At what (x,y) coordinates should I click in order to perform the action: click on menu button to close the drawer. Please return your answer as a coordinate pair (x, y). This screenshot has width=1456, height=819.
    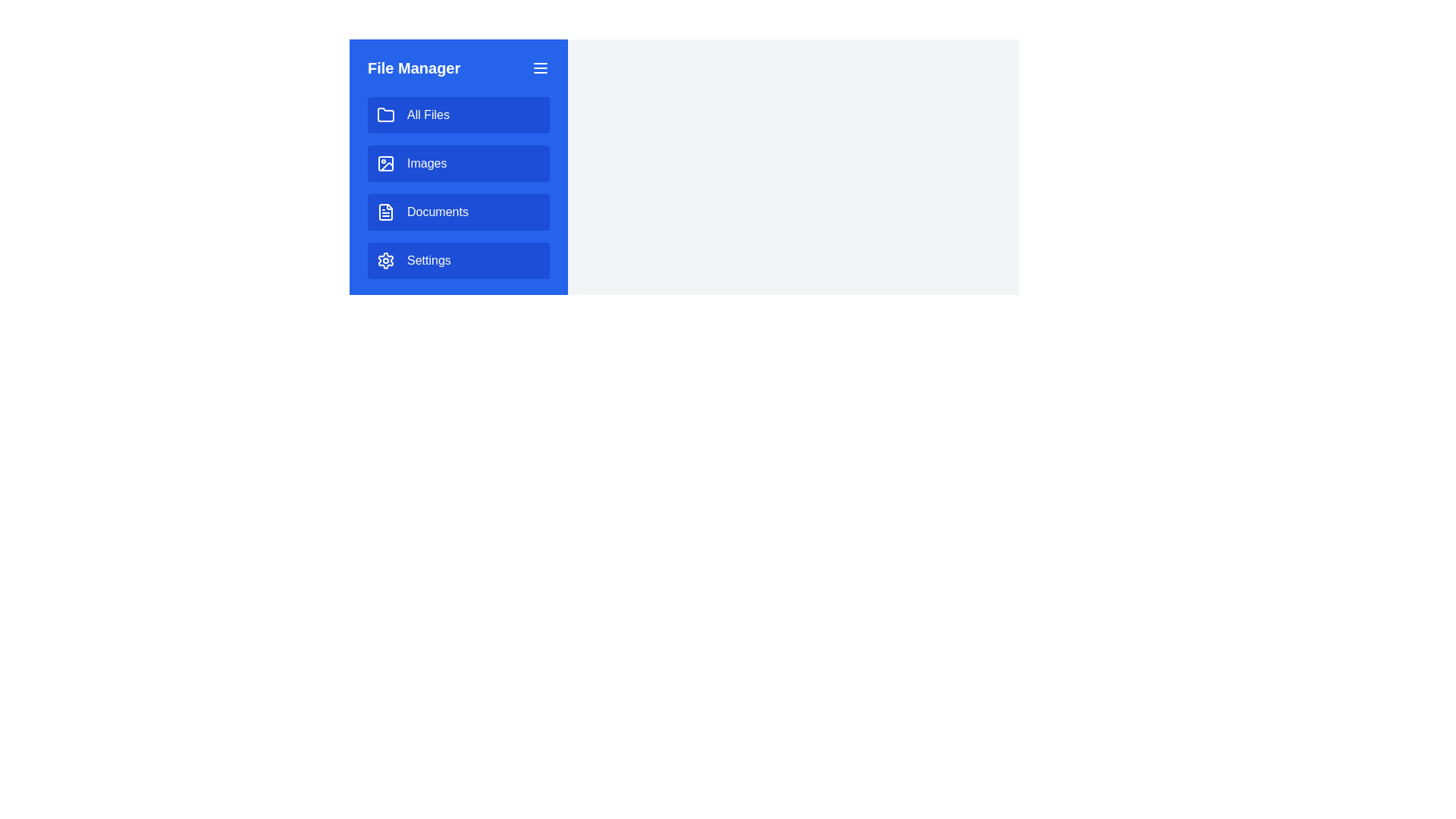
    Looking at the image, I should click on (541, 67).